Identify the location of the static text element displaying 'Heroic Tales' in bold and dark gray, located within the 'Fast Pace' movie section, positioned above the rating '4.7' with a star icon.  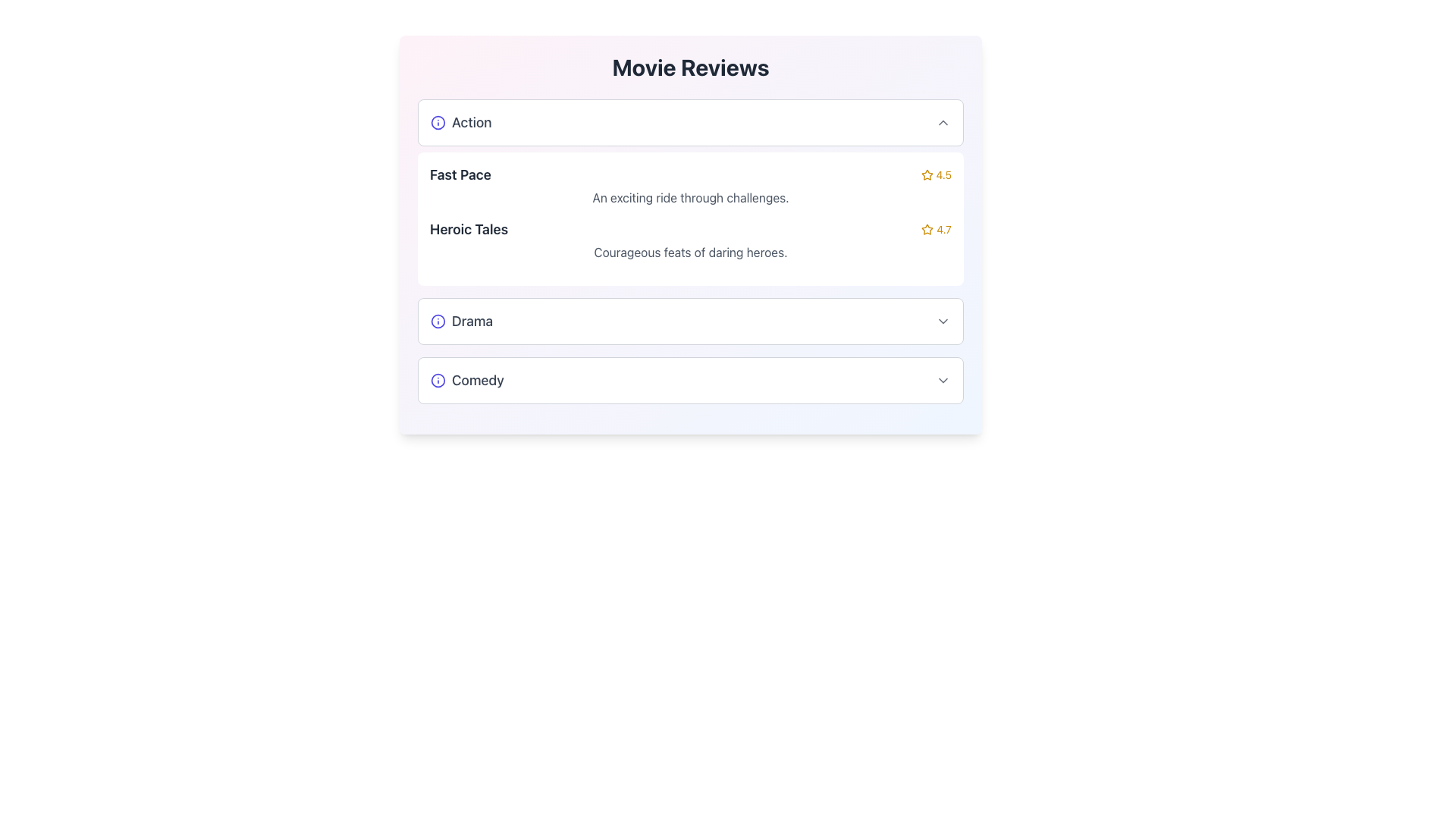
(468, 230).